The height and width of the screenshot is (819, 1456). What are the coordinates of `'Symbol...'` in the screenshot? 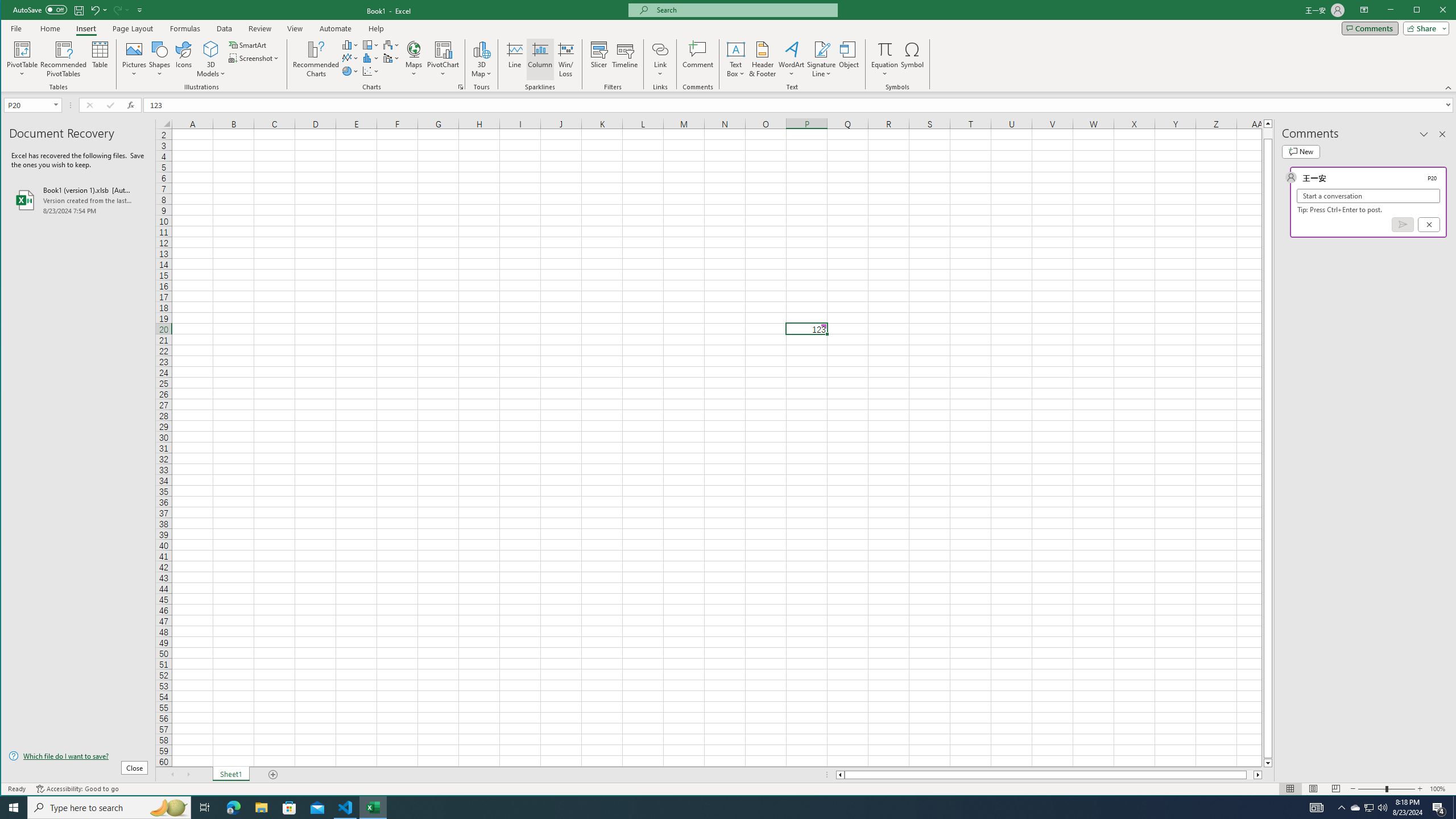 It's located at (913, 59).